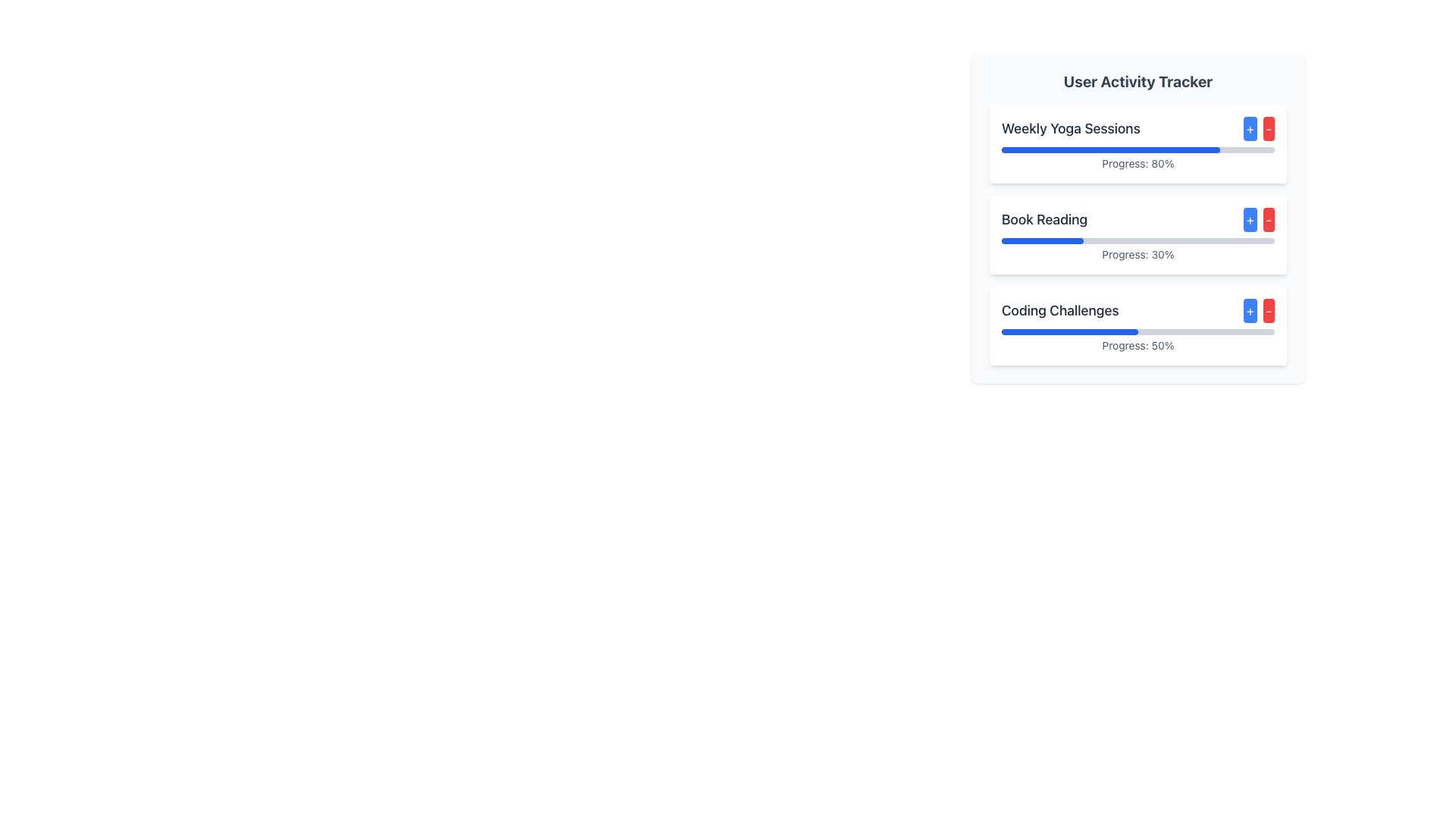 Image resolution: width=1456 pixels, height=819 pixels. What do you see at coordinates (1138, 253) in the screenshot?
I see `the label displaying the progress of an activity located below the progress bar in the 'Book Reading' card` at bounding box center [1138, 253].